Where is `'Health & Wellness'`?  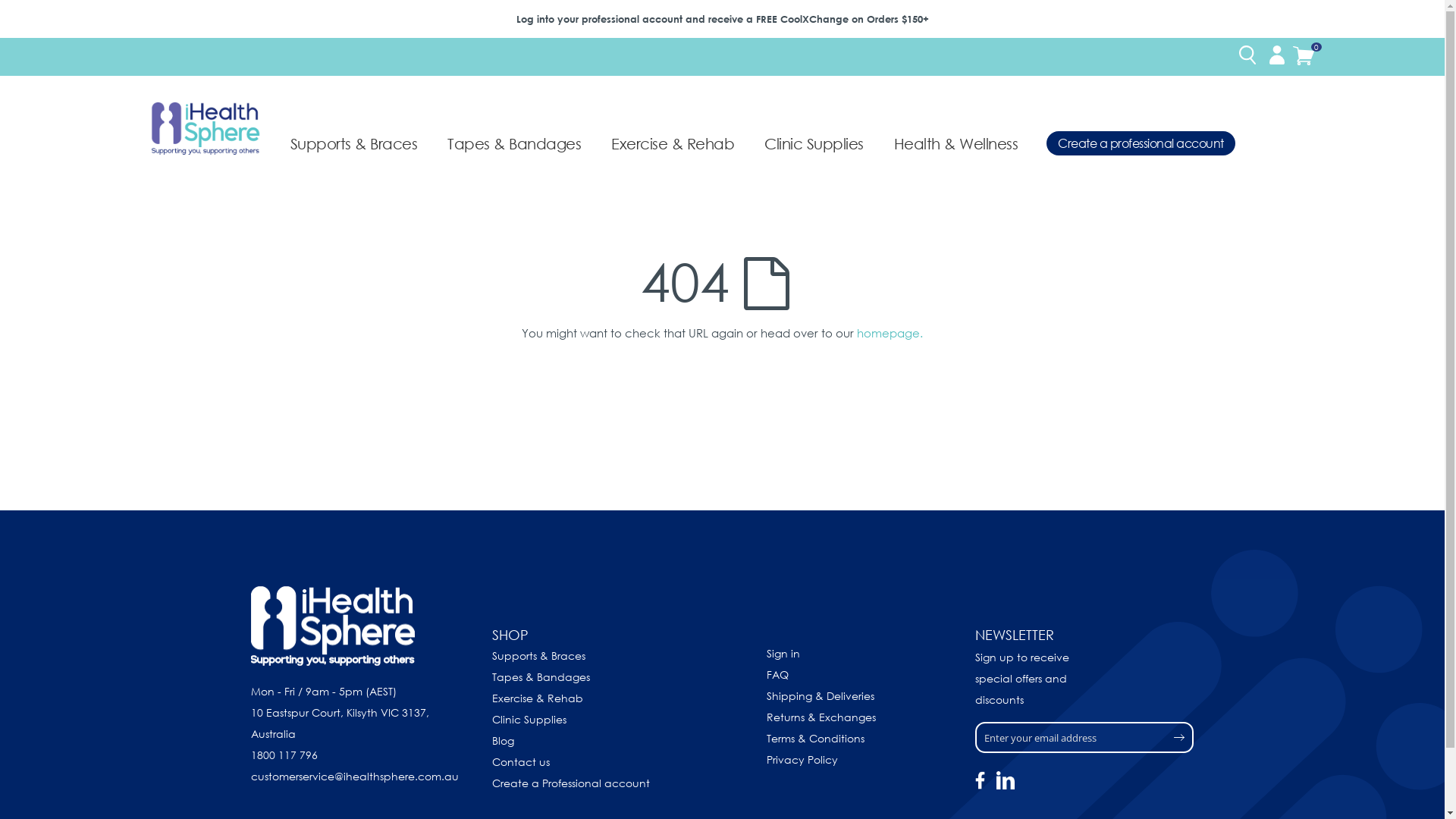 'Health & Wellness' is located at coordinates (955, 143).